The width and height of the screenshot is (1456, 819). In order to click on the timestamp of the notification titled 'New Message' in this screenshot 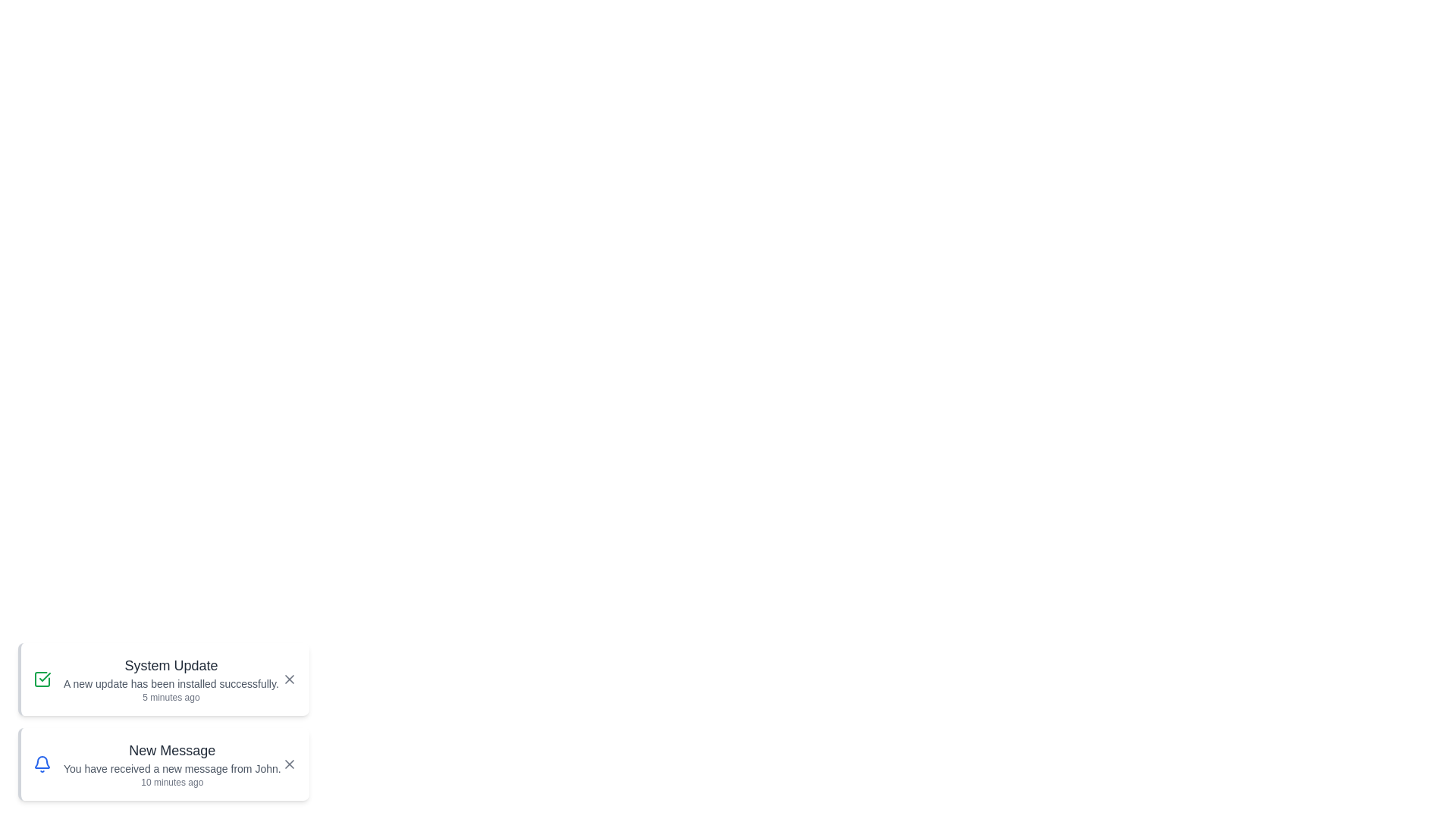, I will do `click(172, 783)`.